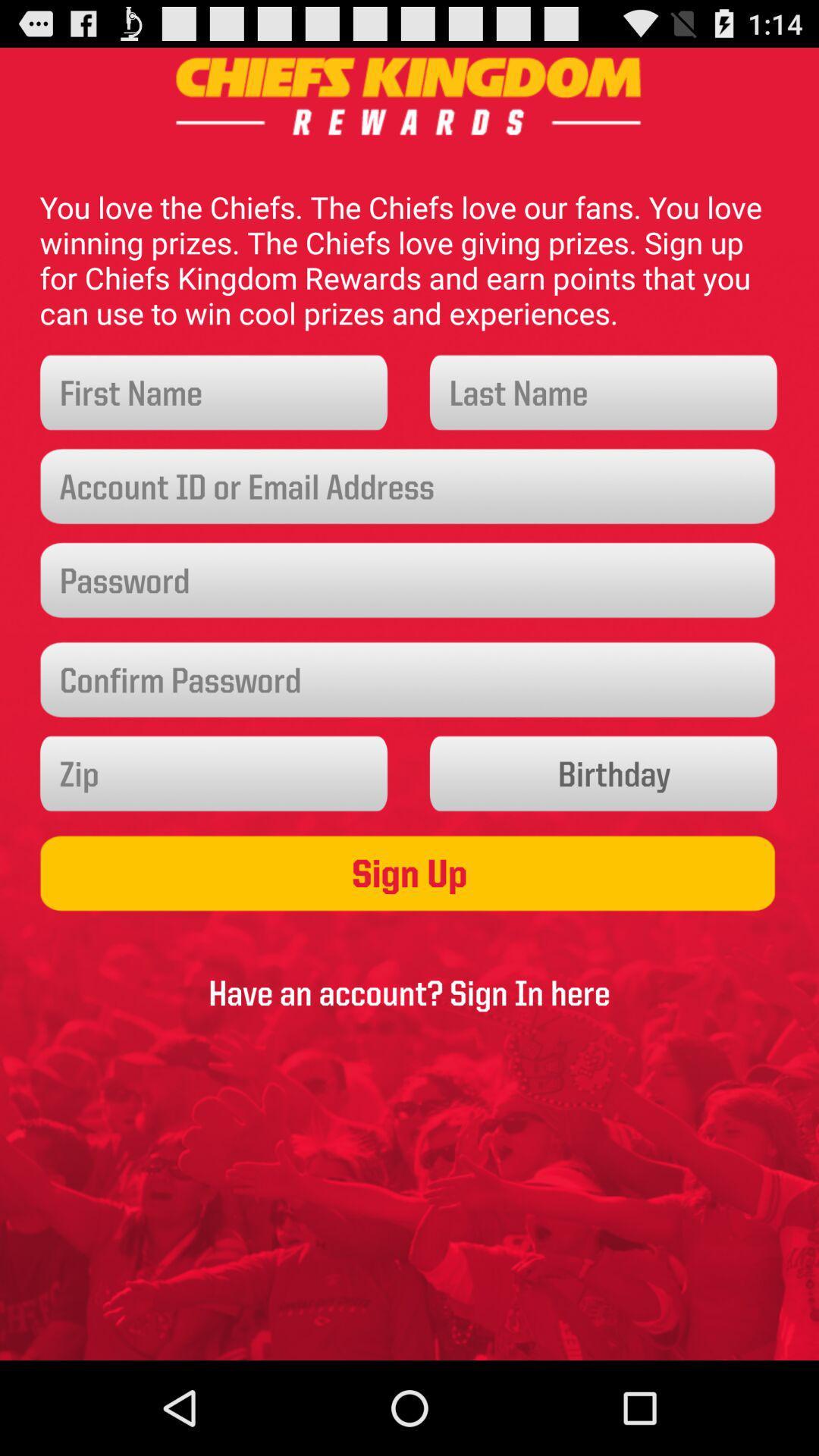  Describe the element at coordinates (409, 679) in the screenshot. I see `re-enter the password` at that location.